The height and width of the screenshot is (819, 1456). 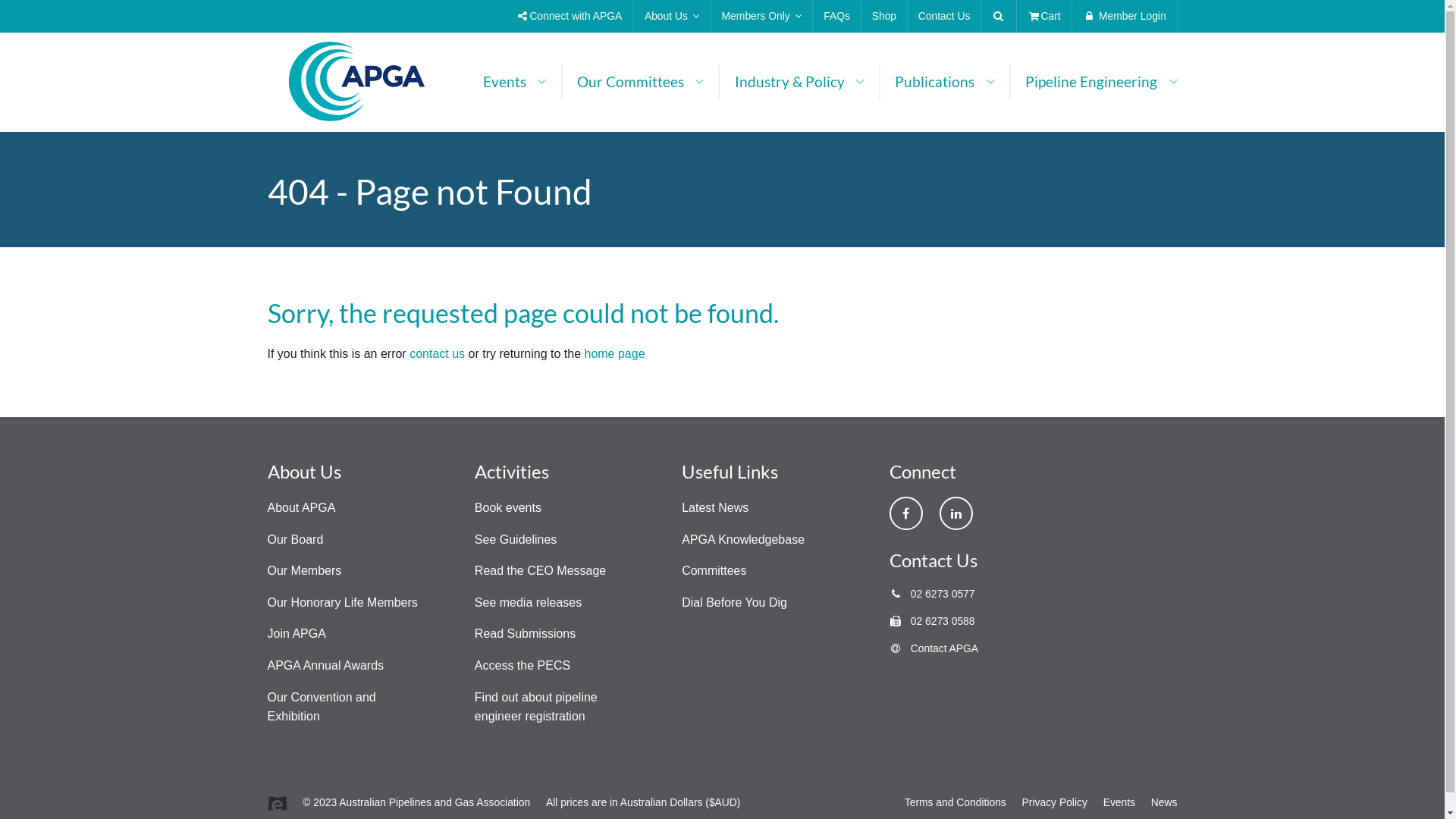 What do you see at coordinates (1103, 801) in the screenshot?
I see `'Events'` at bounding box center [1103, 801].